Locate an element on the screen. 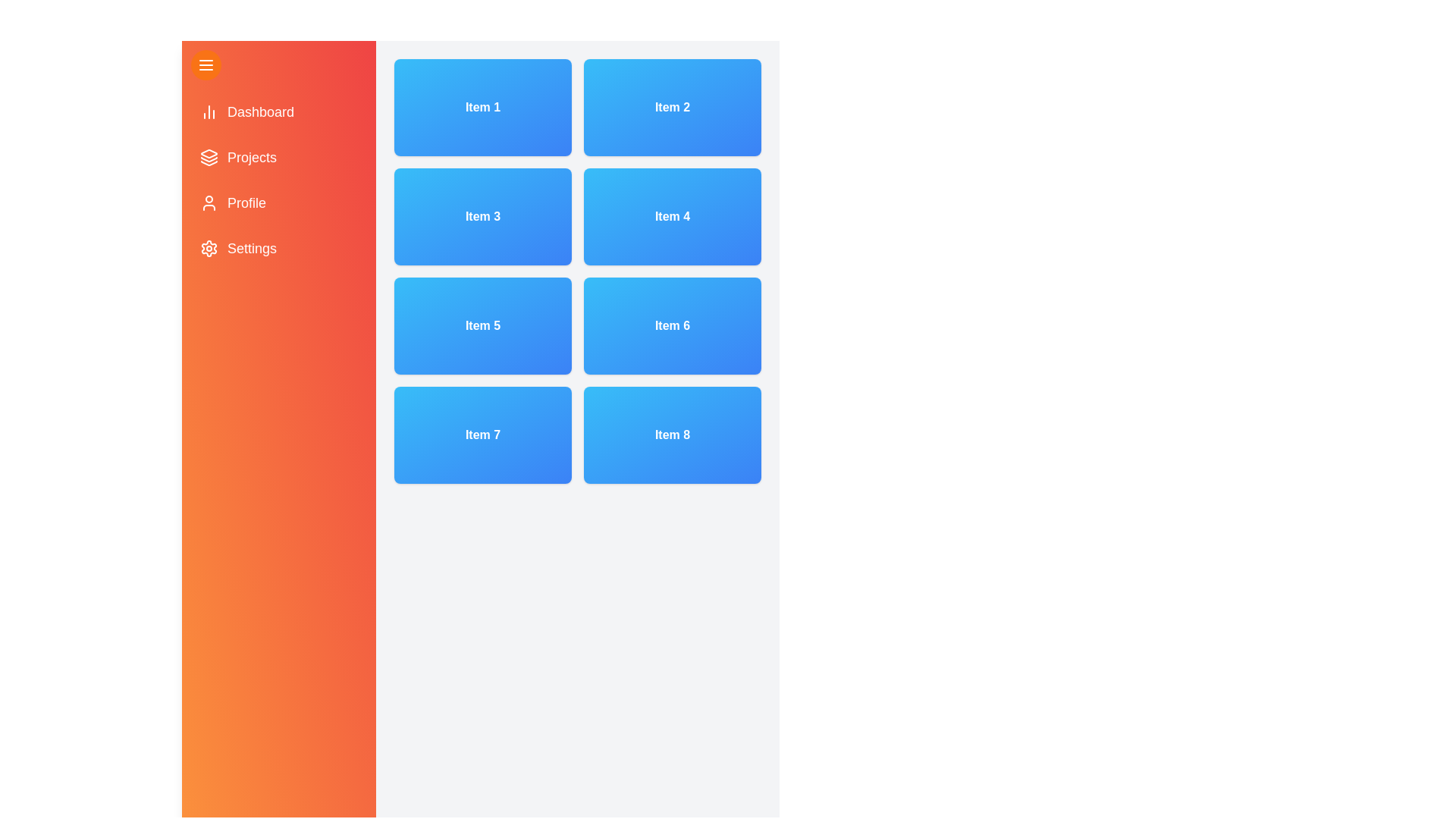 This screenshot has height=819, width=1456. menu button to toggle the drawer's open/close state is located at coordinates (206, 64).